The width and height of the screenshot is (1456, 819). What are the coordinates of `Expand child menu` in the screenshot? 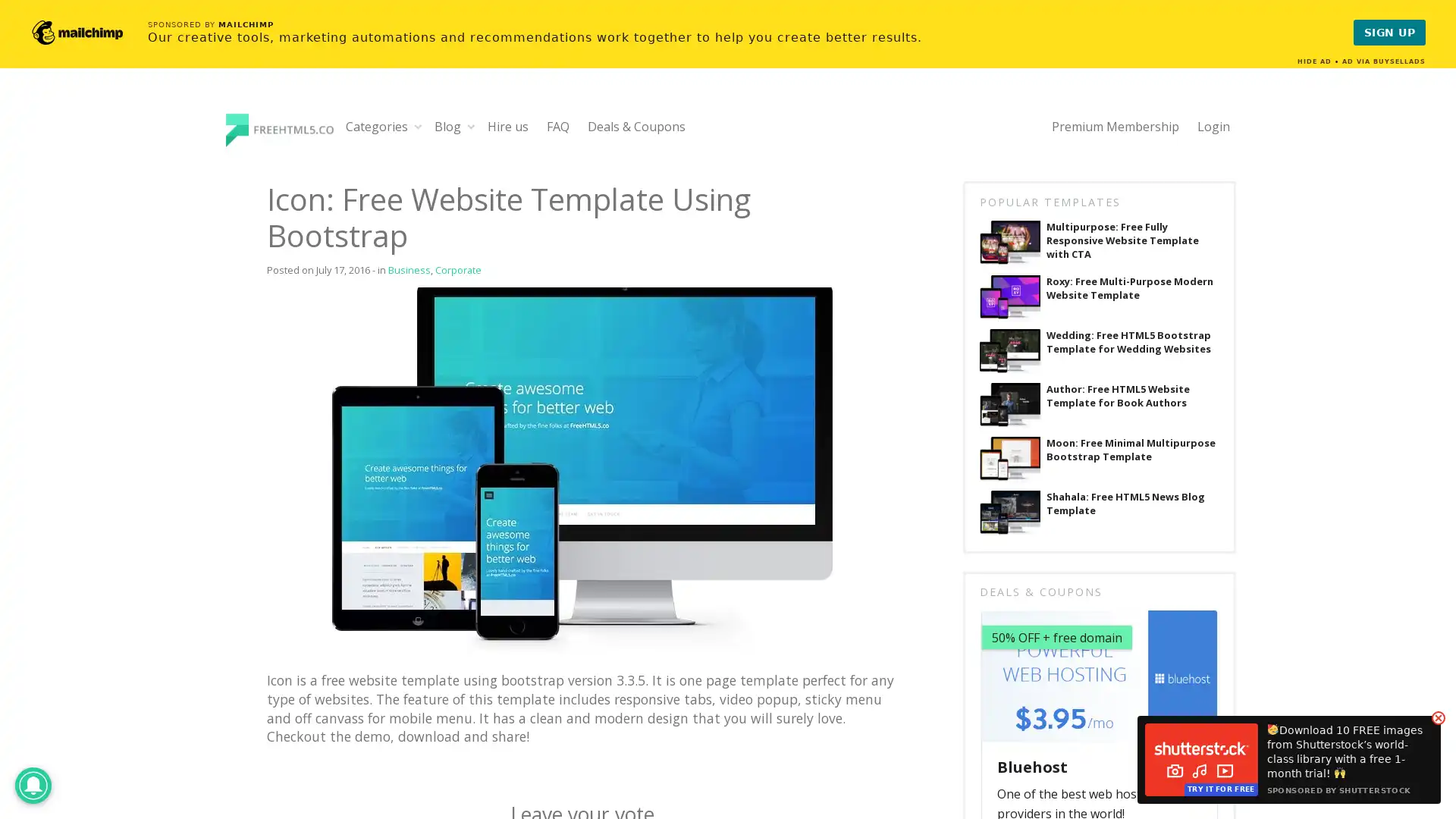 It's located at (418, 125).